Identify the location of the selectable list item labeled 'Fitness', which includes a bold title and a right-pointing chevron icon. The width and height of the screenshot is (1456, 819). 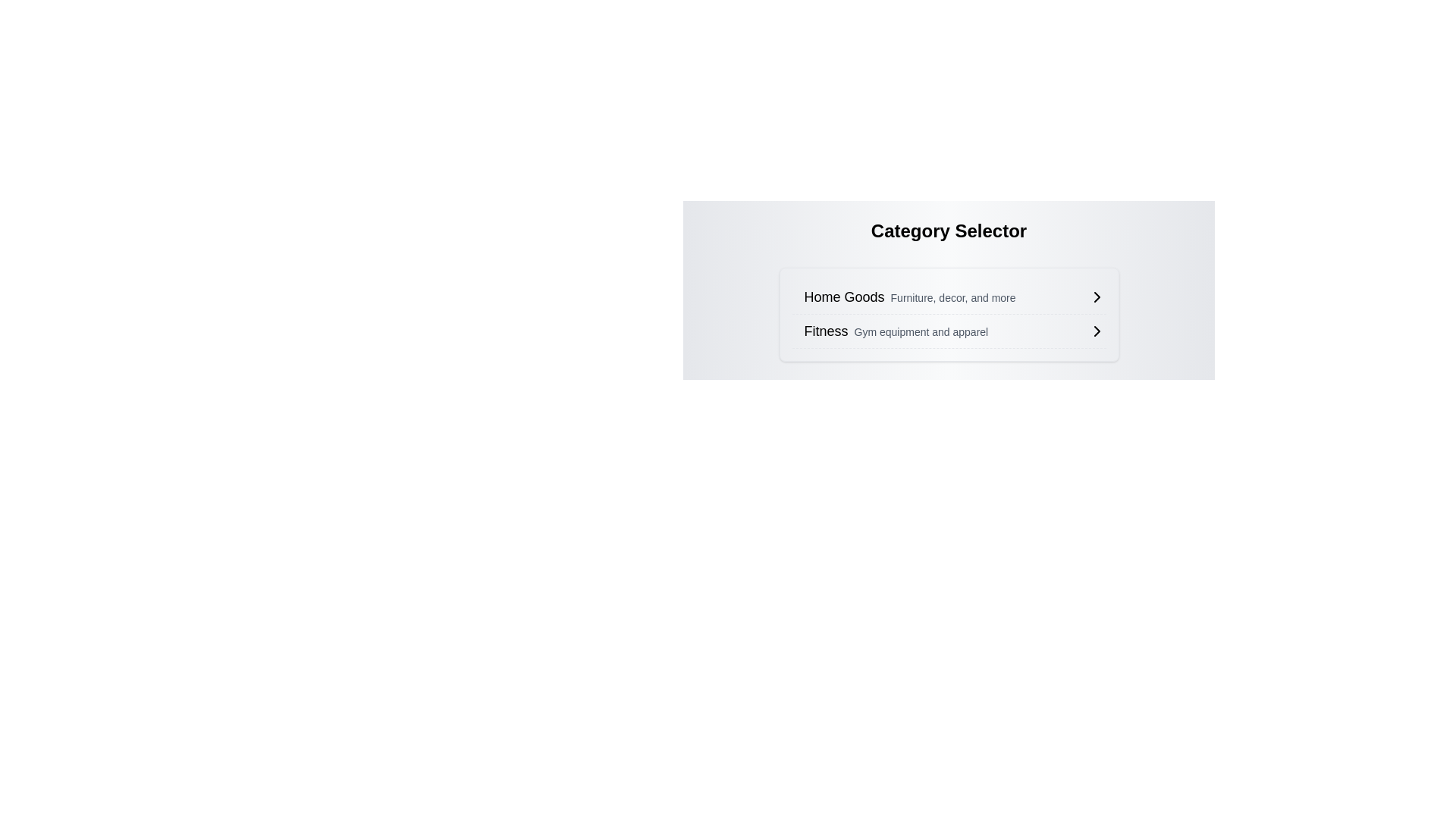
(954, 330).